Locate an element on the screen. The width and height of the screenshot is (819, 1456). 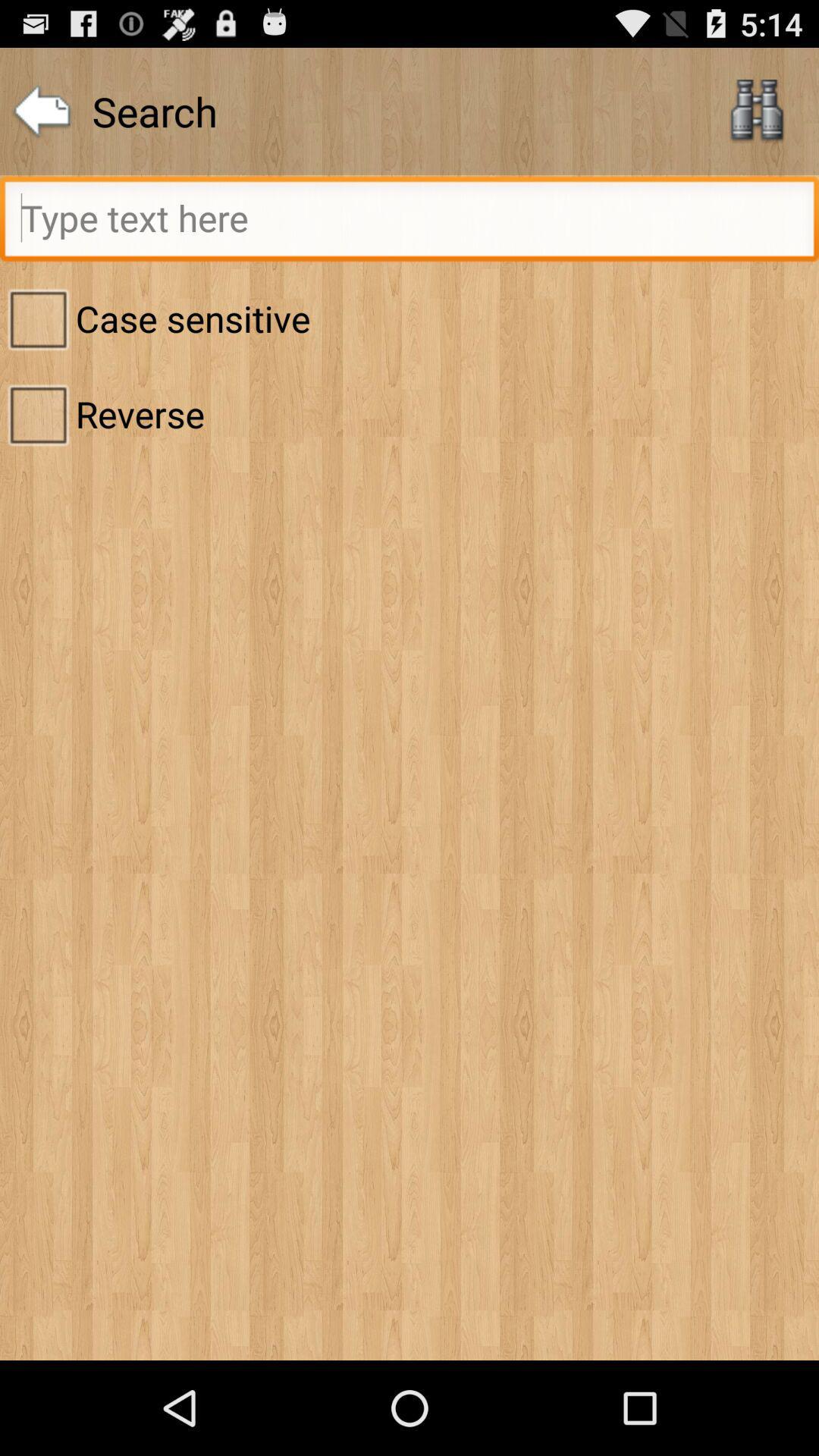
the arrow_backward icon is located at coordinates (41, 118).